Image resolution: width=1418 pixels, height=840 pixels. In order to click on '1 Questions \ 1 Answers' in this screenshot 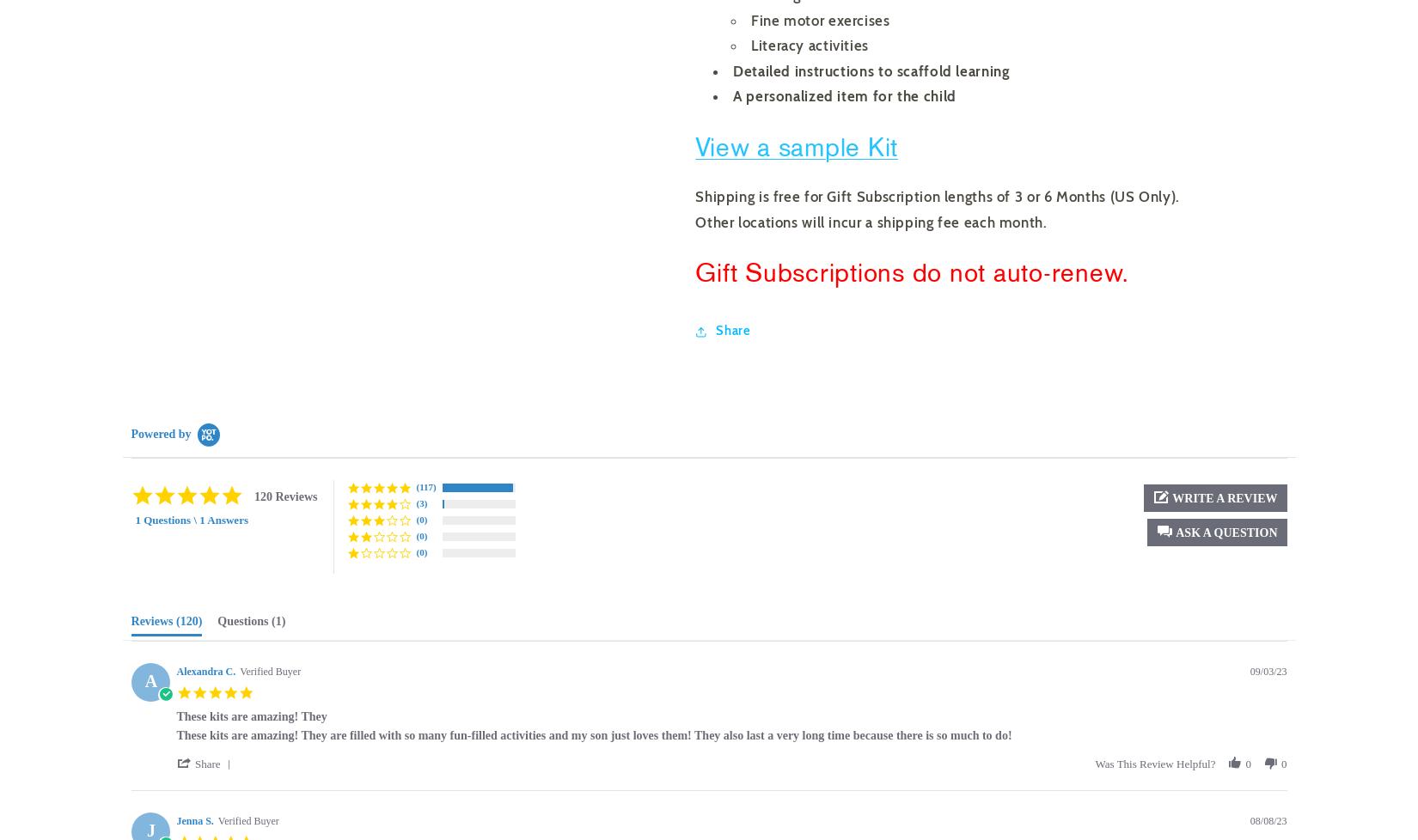, I will do `click(191, 520)`.